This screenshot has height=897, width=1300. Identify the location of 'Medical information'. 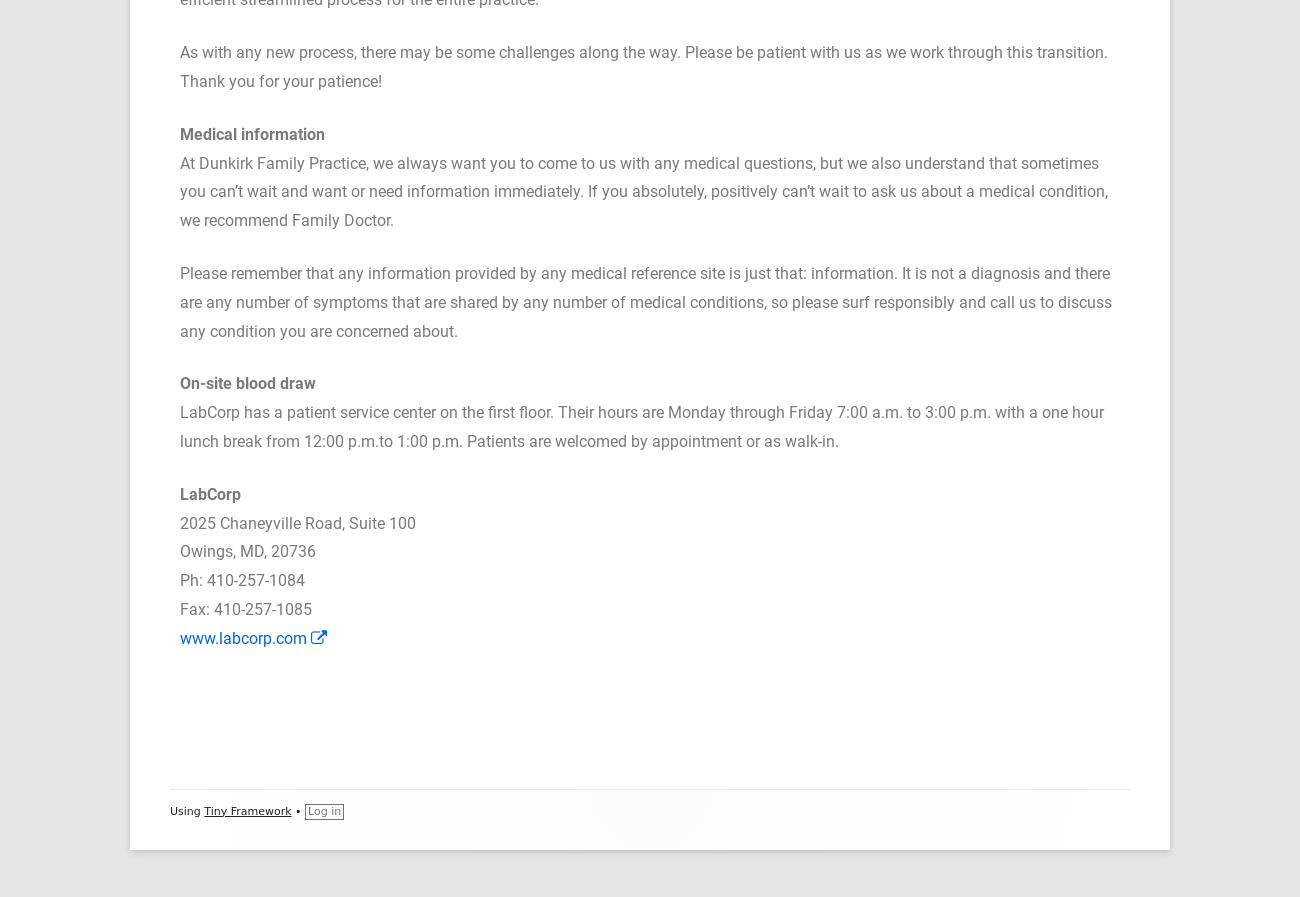
(251, 132).